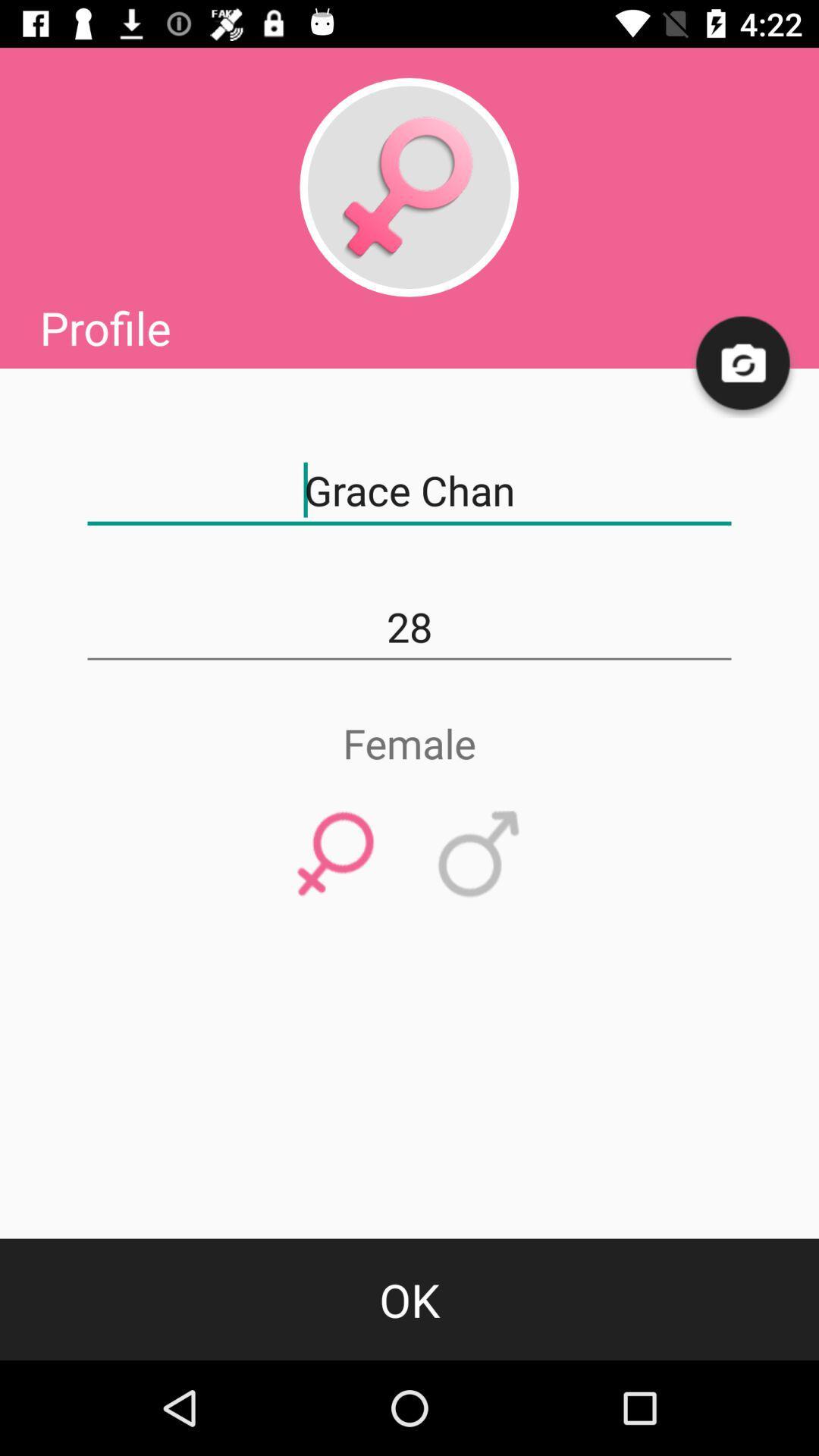  I want to click on change from front to back camera, so click(743, 364).